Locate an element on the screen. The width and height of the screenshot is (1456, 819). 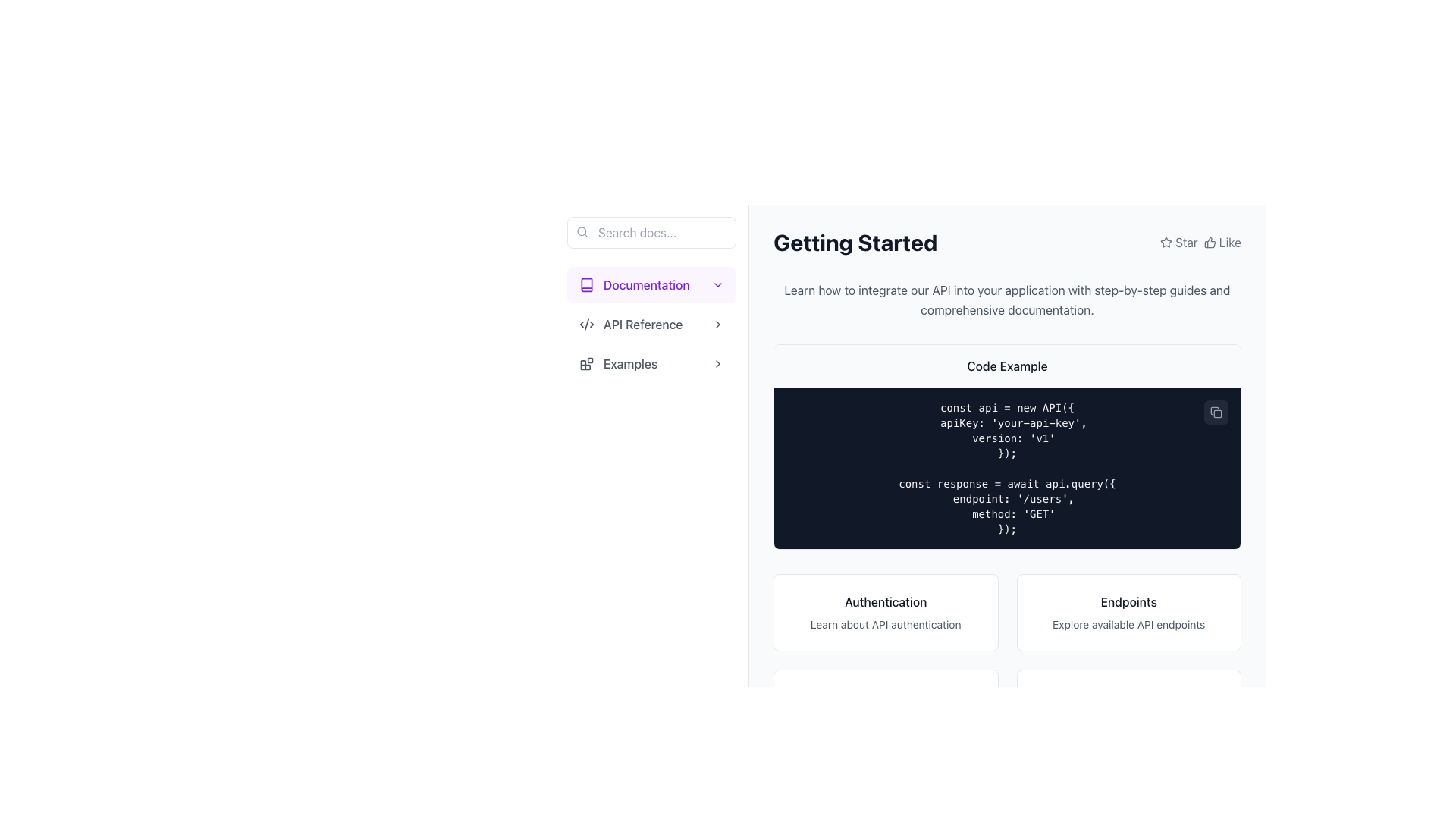
the 'API Reference' button located in the sidebar menu is located at coordinates (651, 324).